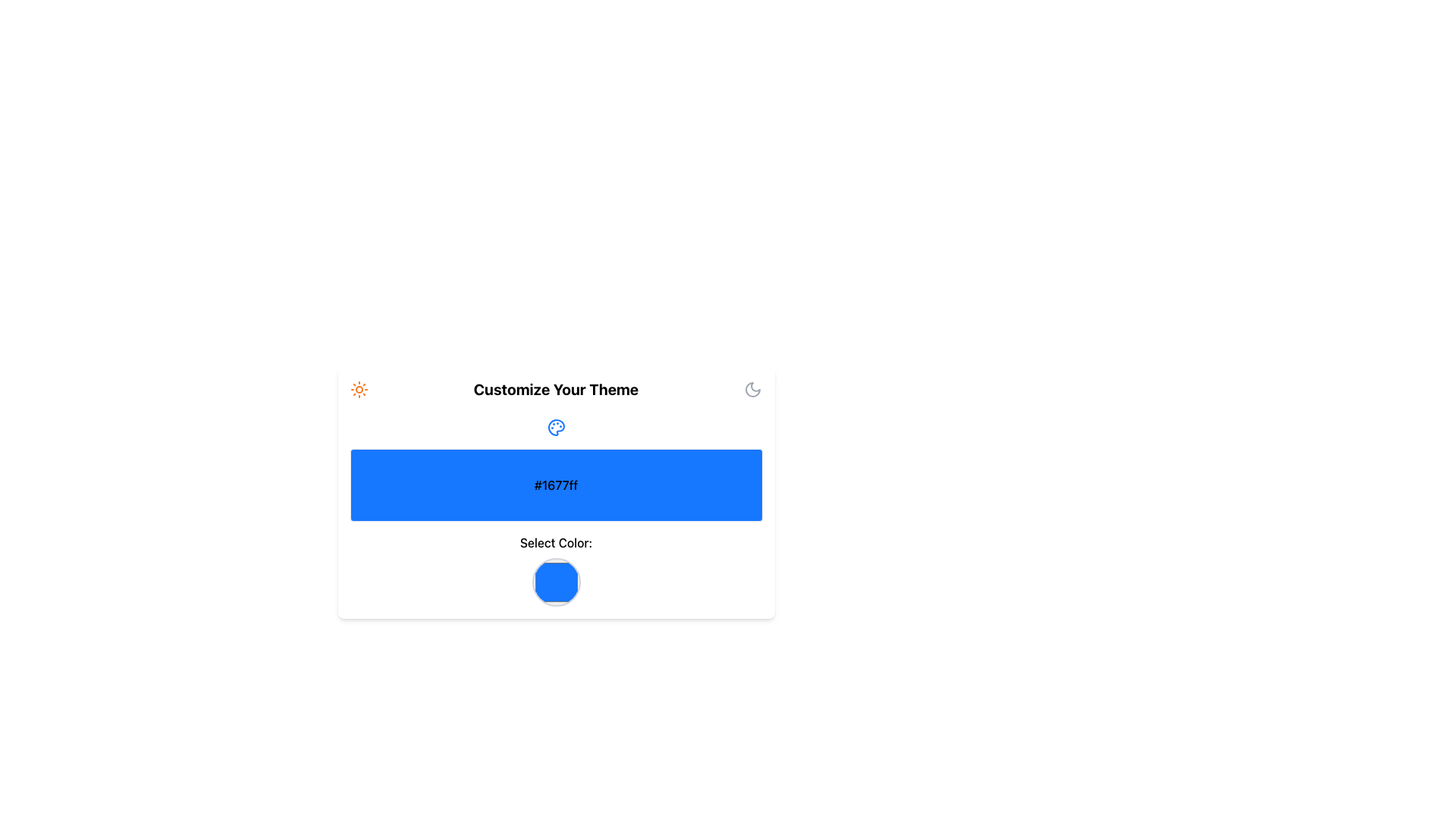  I want to click on the Display component that visually represents the selected color, located centrally below the color palette icon and above the 'Select Color:' label, so click(555, 493).